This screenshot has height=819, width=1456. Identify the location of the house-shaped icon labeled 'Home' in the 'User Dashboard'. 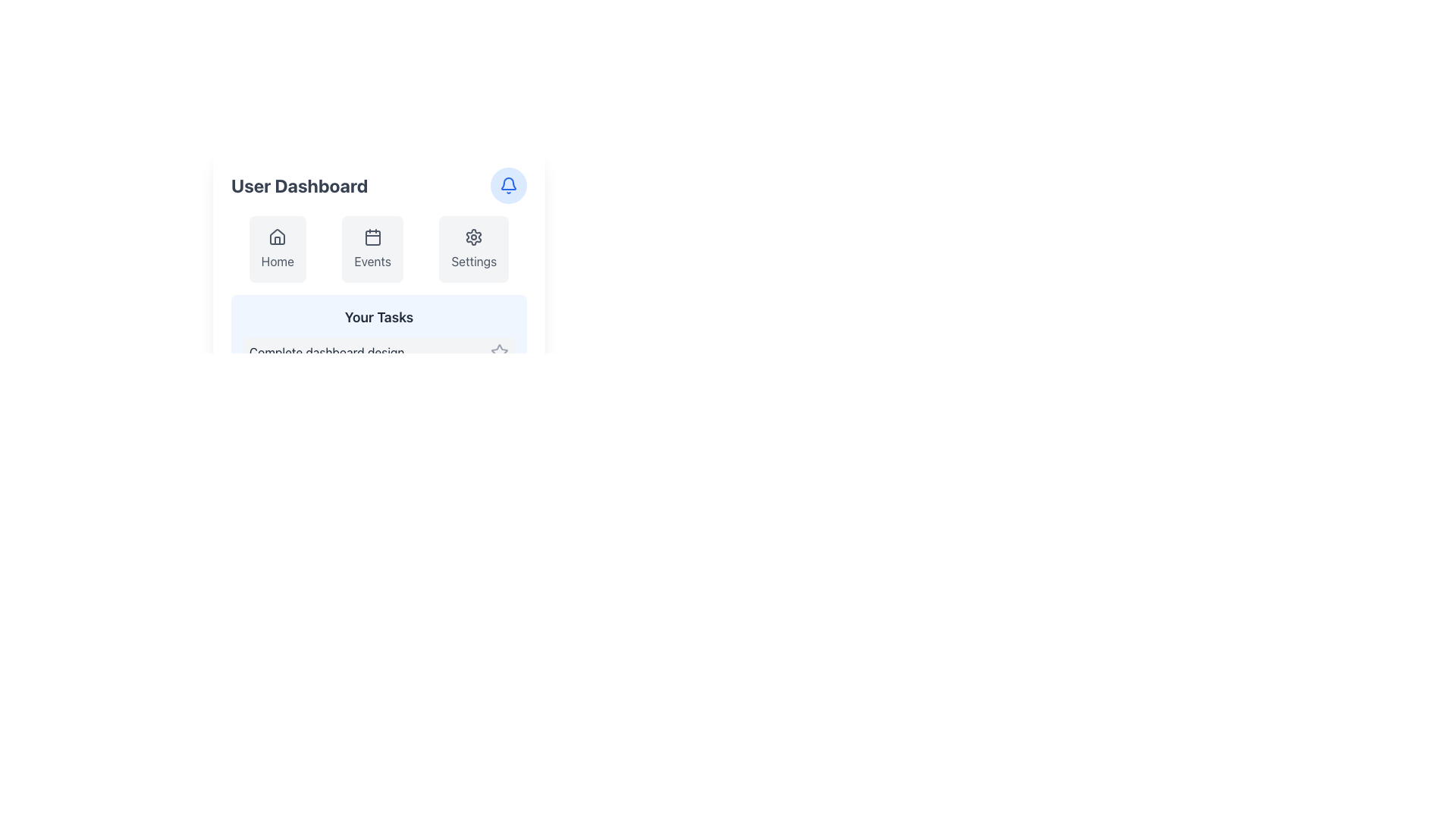
(278, 237).